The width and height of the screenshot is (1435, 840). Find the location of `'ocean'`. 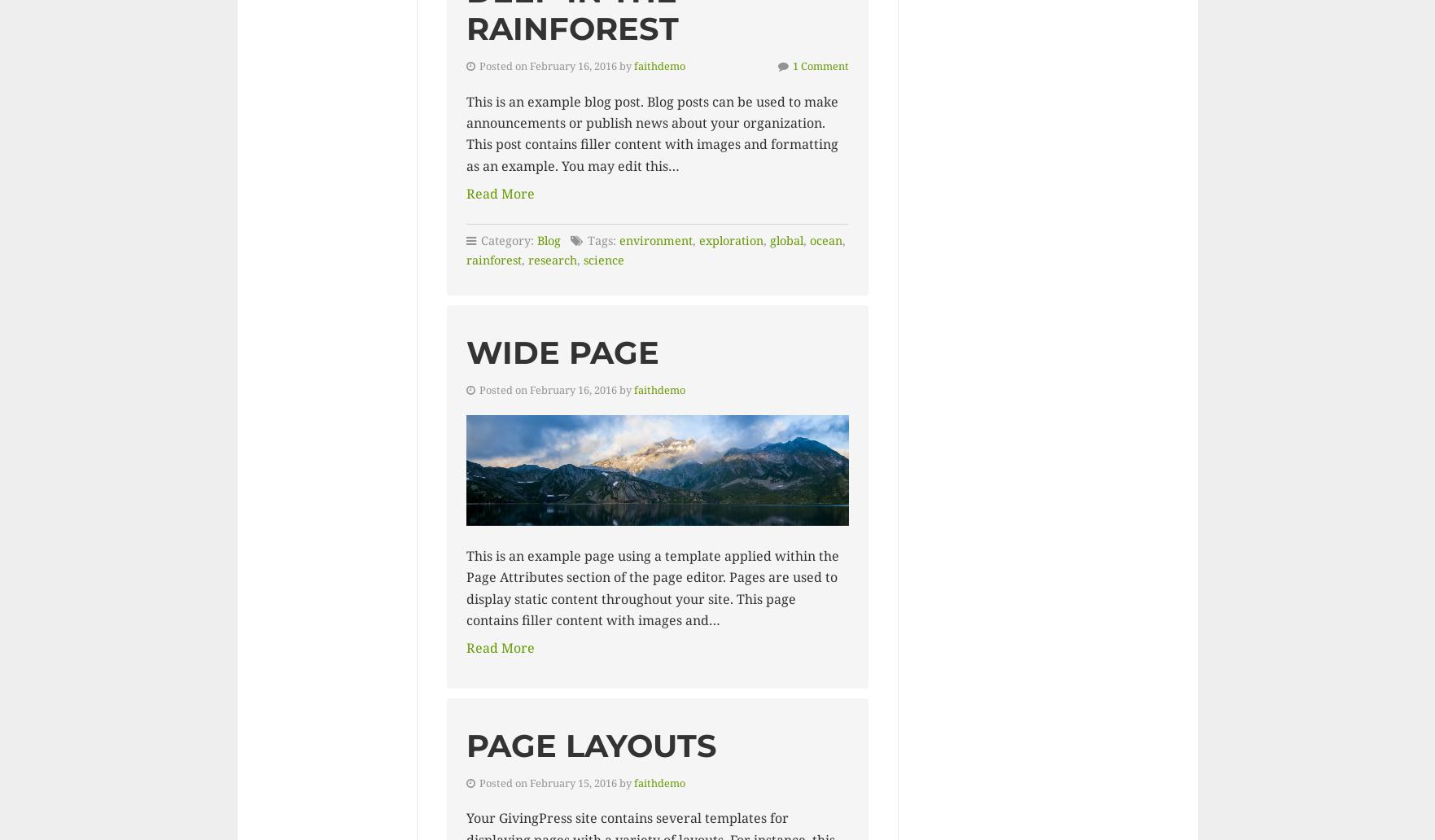

'ocean' is located at coordinates (825, 240).